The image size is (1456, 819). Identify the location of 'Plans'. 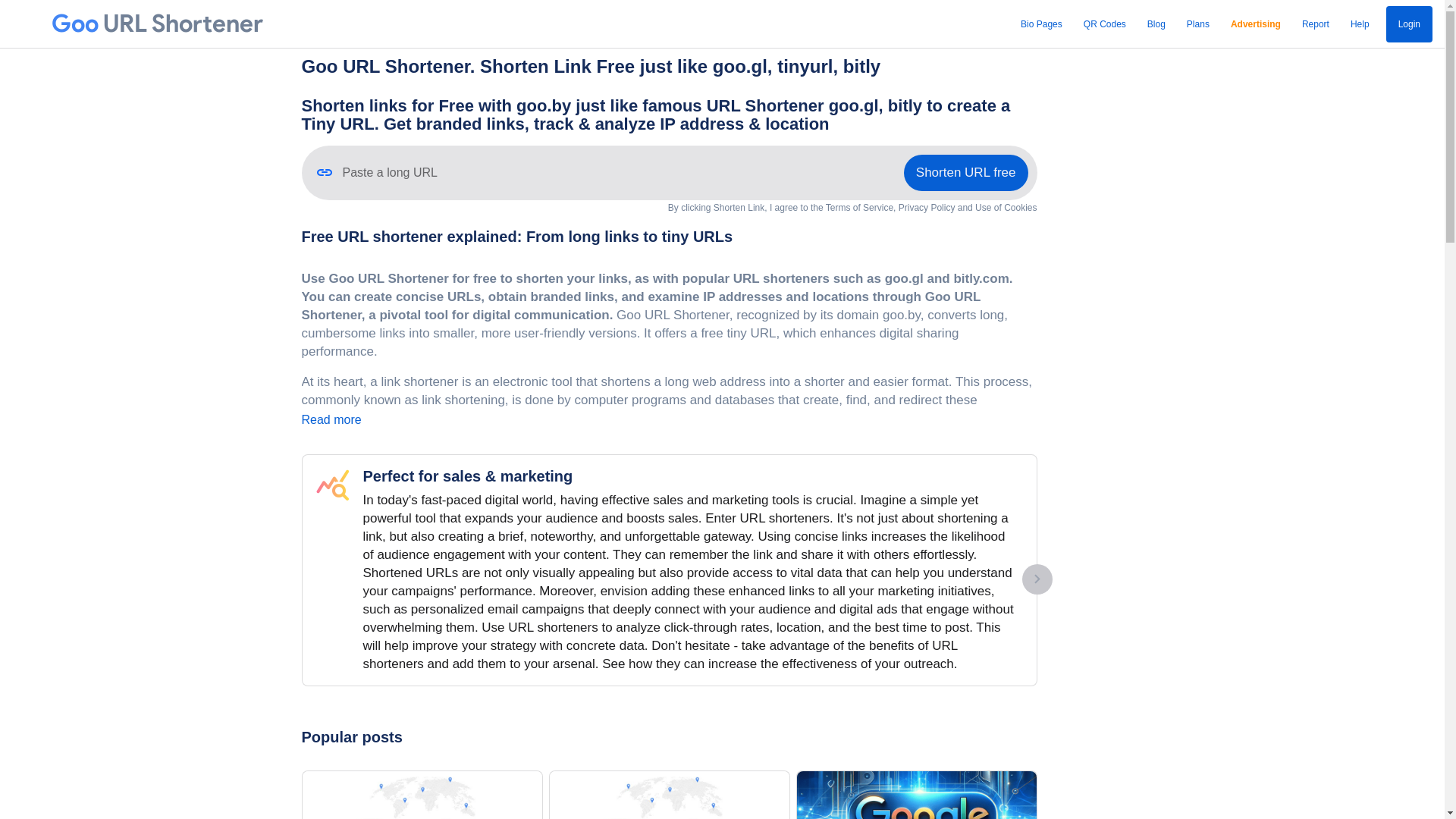
(1197, 24).